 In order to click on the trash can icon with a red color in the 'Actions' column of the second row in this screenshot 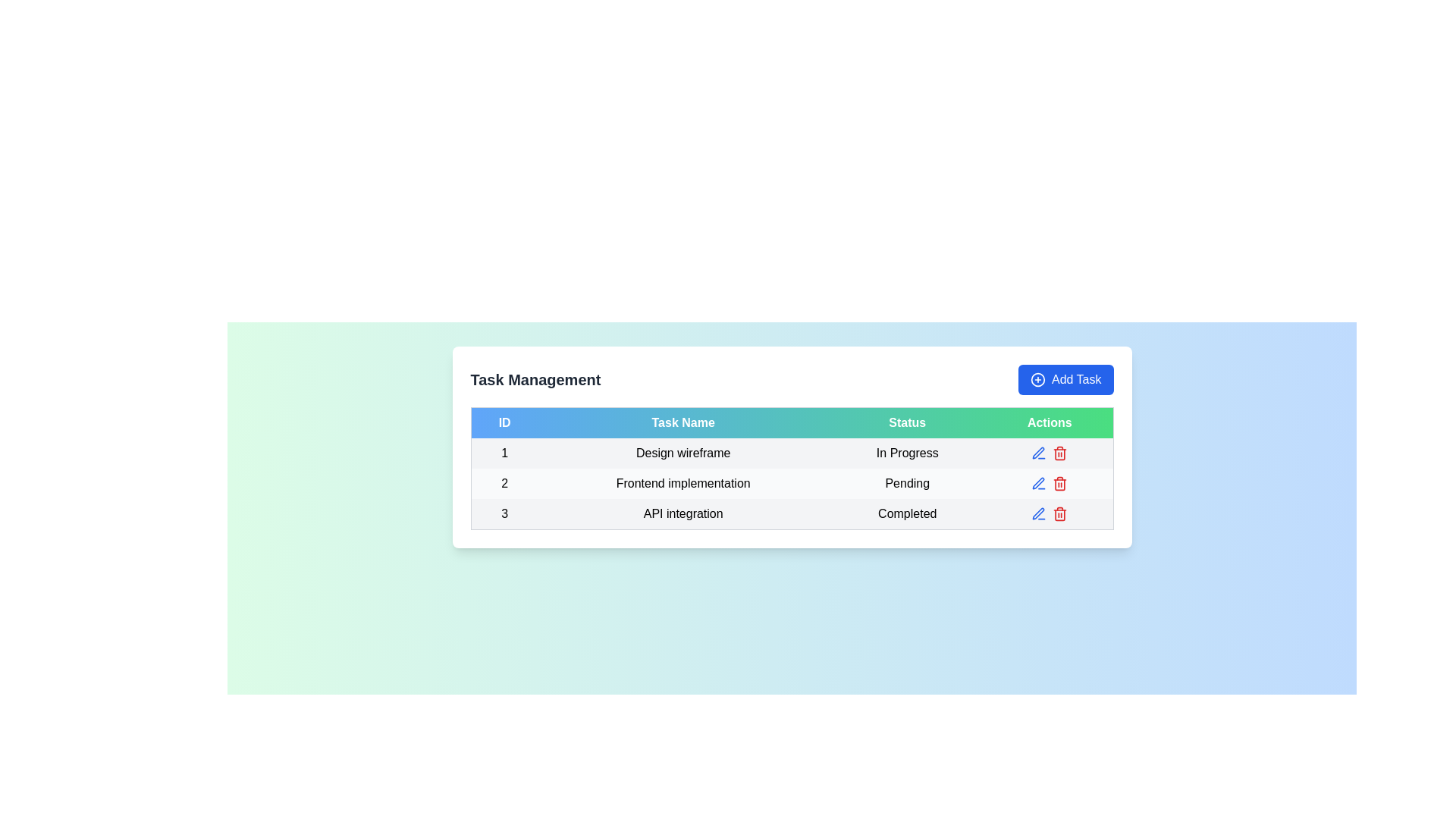, I will do `click(1059, 483)`.